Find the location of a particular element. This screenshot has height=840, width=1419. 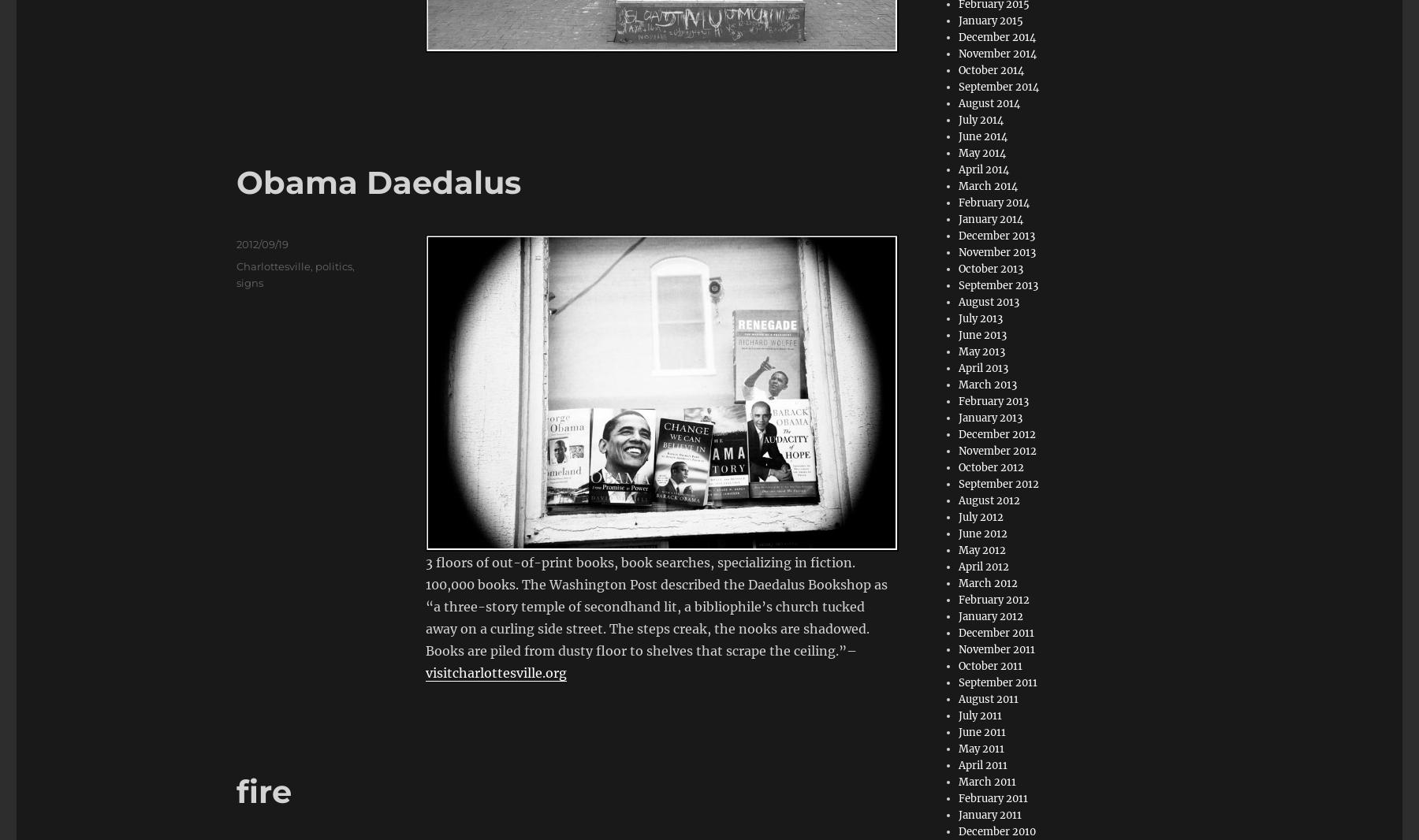

'Obama Daedalus' is located at coordinates (378, 180).